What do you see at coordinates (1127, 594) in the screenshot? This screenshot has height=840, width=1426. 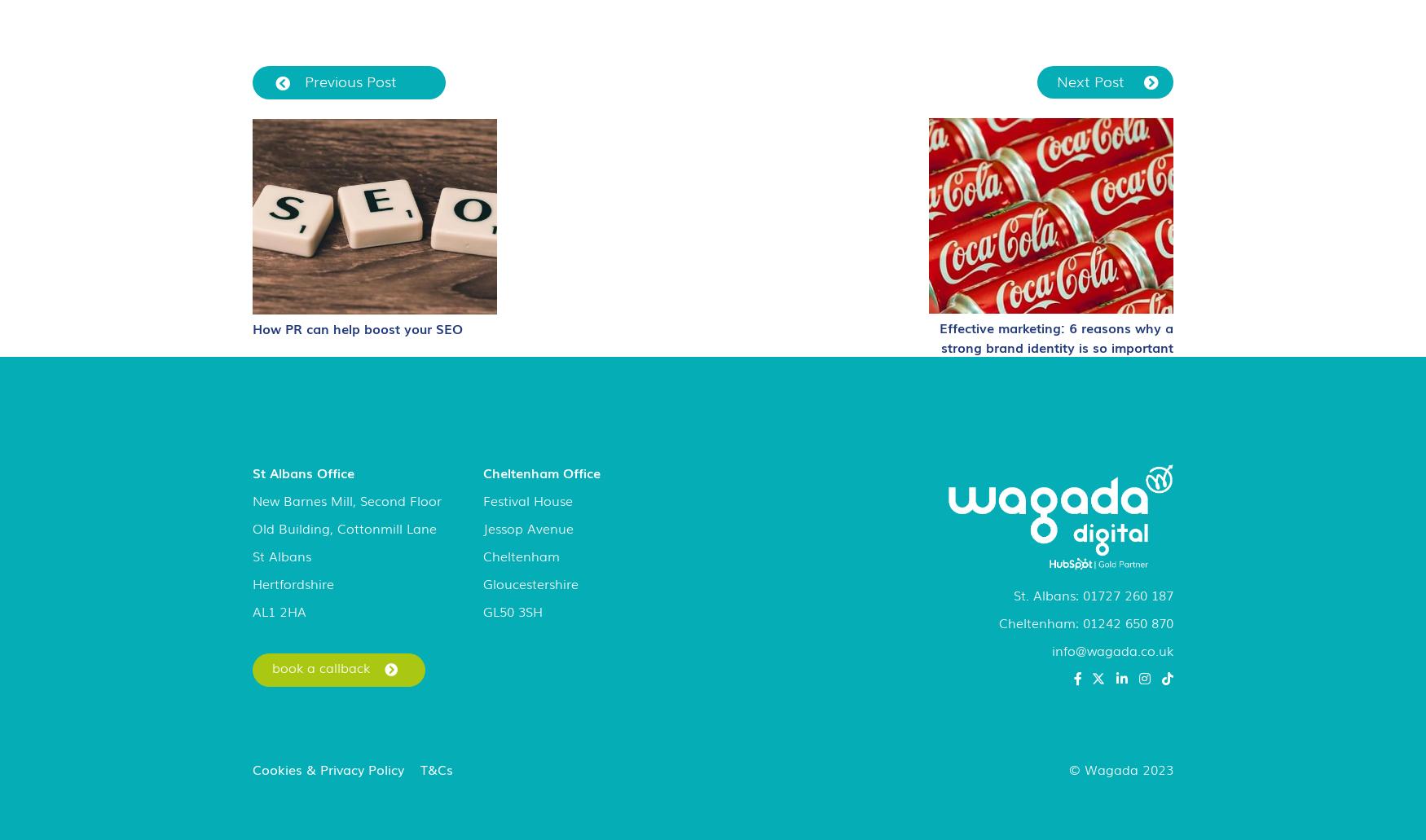 I see `'01727 260 187'` at bounding box center [1127, 594].